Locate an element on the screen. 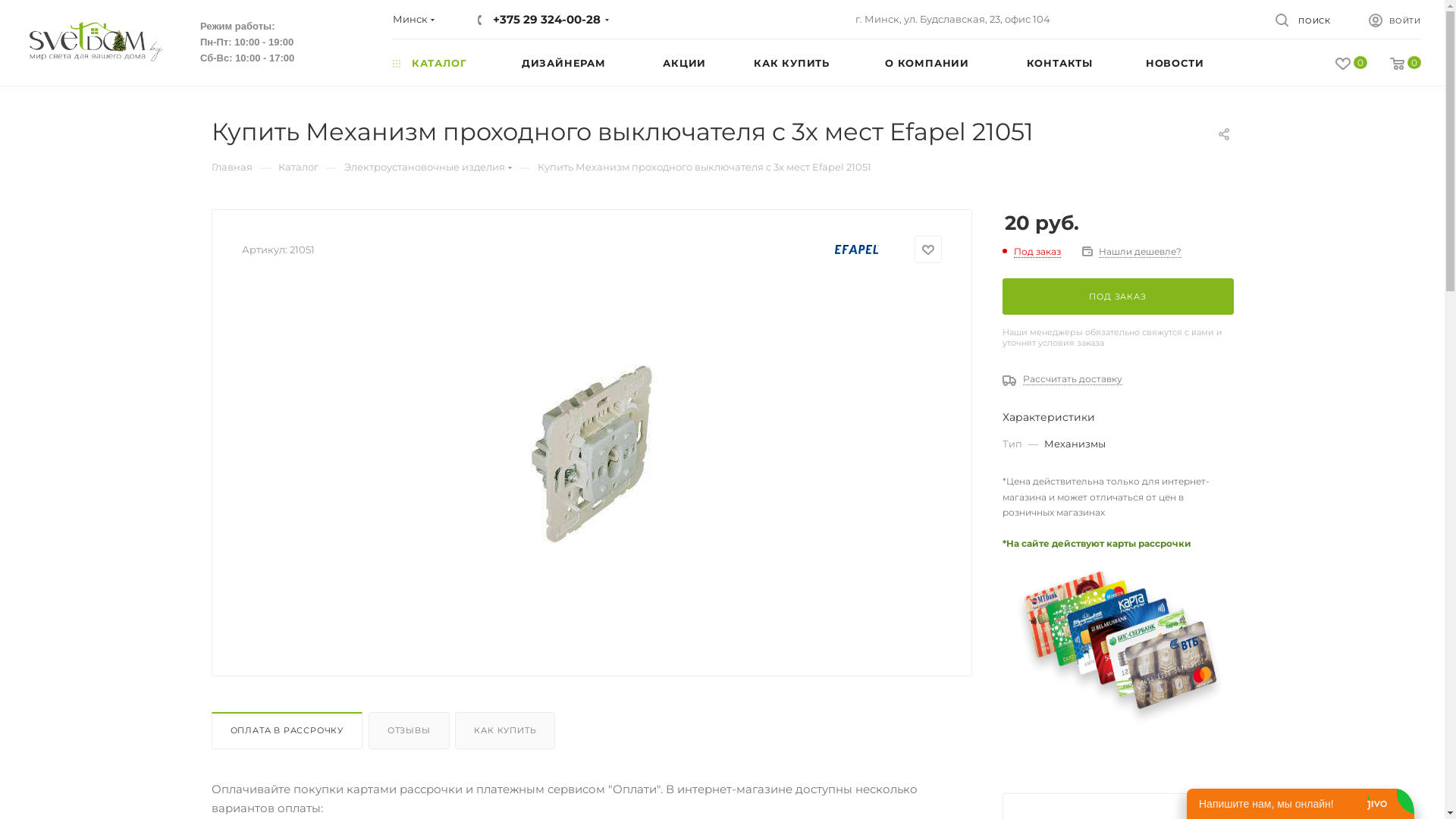 This screenshot has width=1456, height=819. '0' is located at coordinates (1339, 63).